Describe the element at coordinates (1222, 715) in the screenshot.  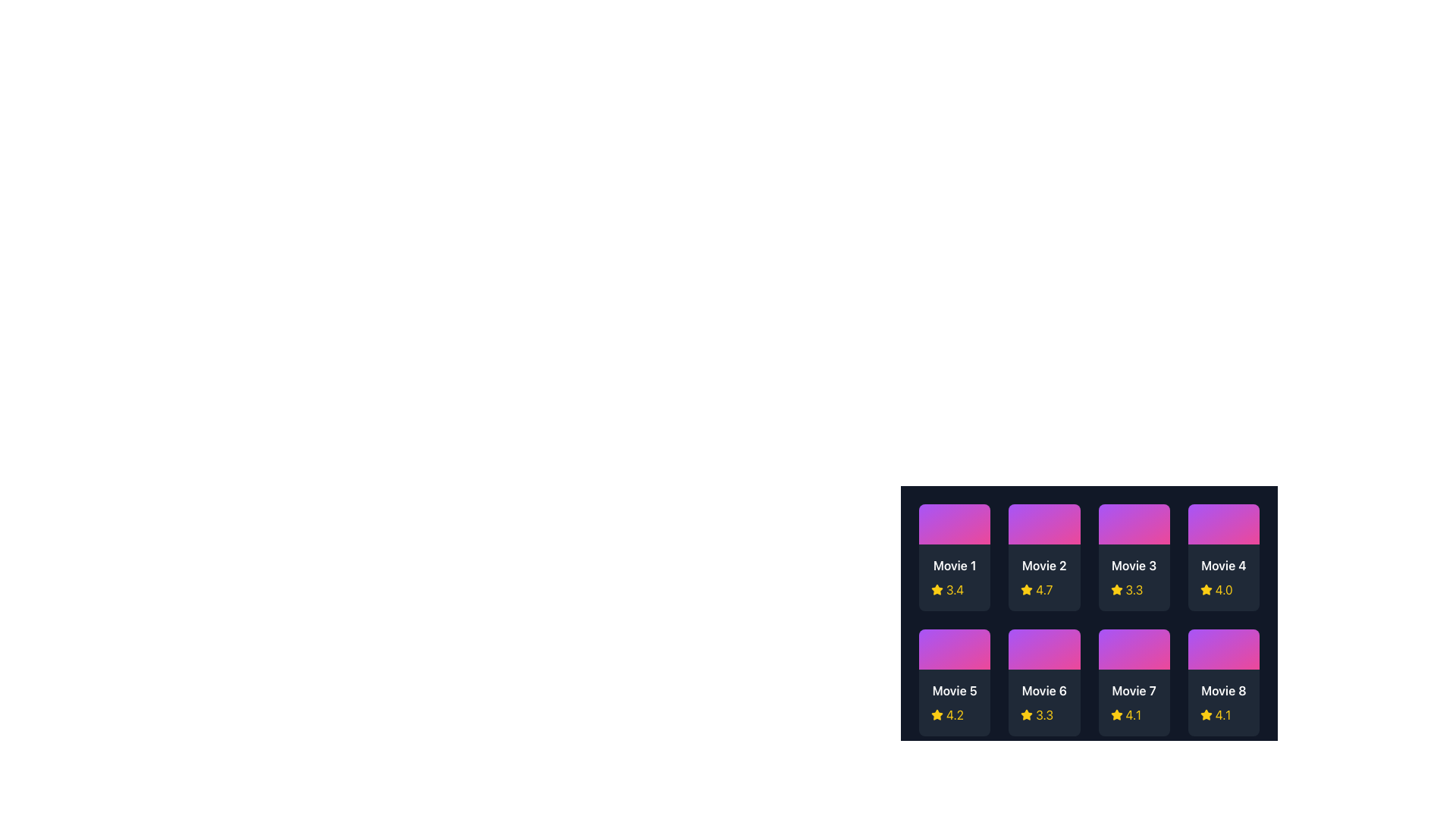
I see `the numerical text label reading '4.1', styled in yellow, located to the right of the yellow star icon, positioned below the 'Movie 8' card in the grid layout` at that location.